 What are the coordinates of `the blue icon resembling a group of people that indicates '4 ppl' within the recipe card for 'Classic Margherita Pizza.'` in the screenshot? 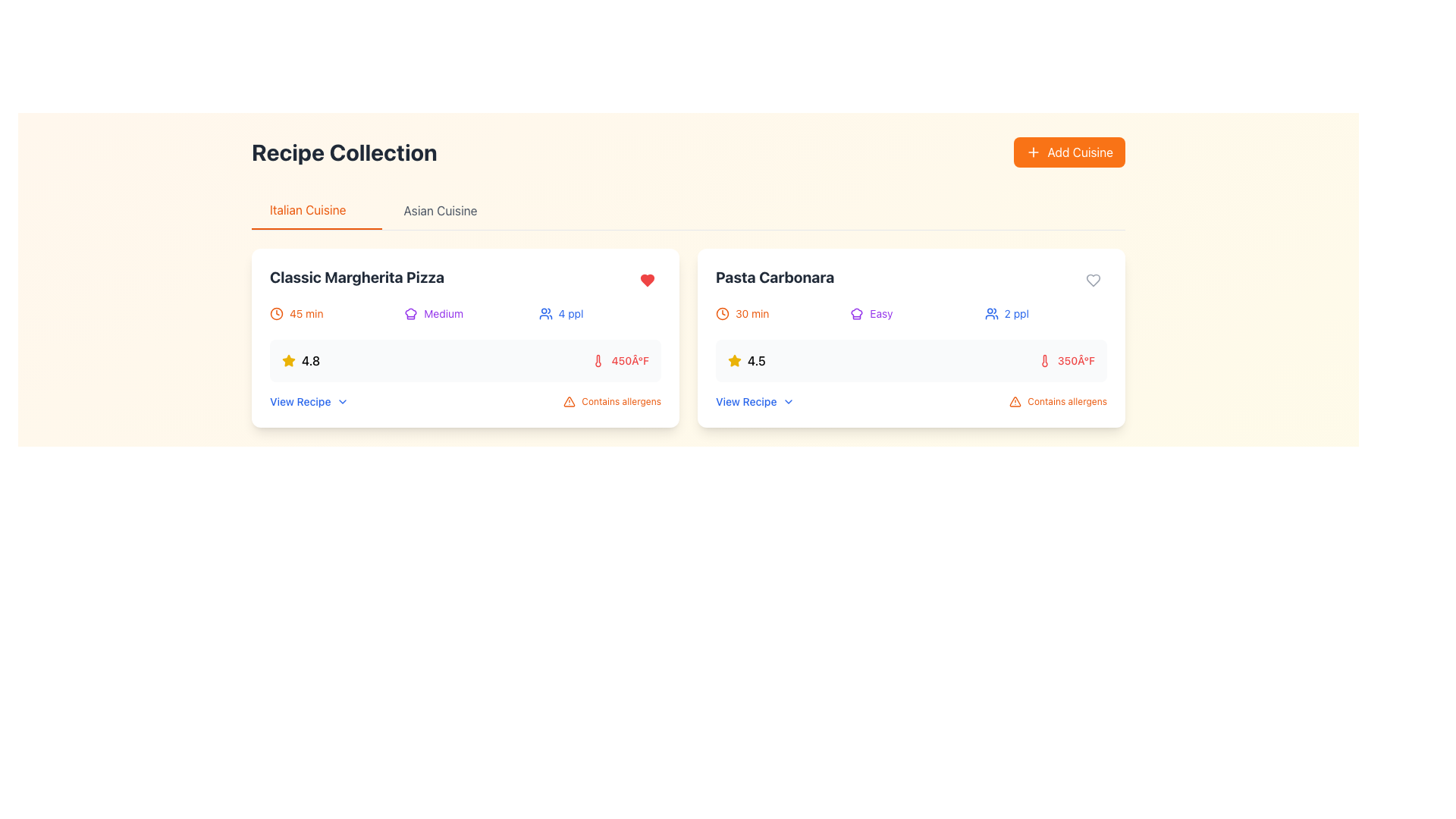 It's located at (545, 312).